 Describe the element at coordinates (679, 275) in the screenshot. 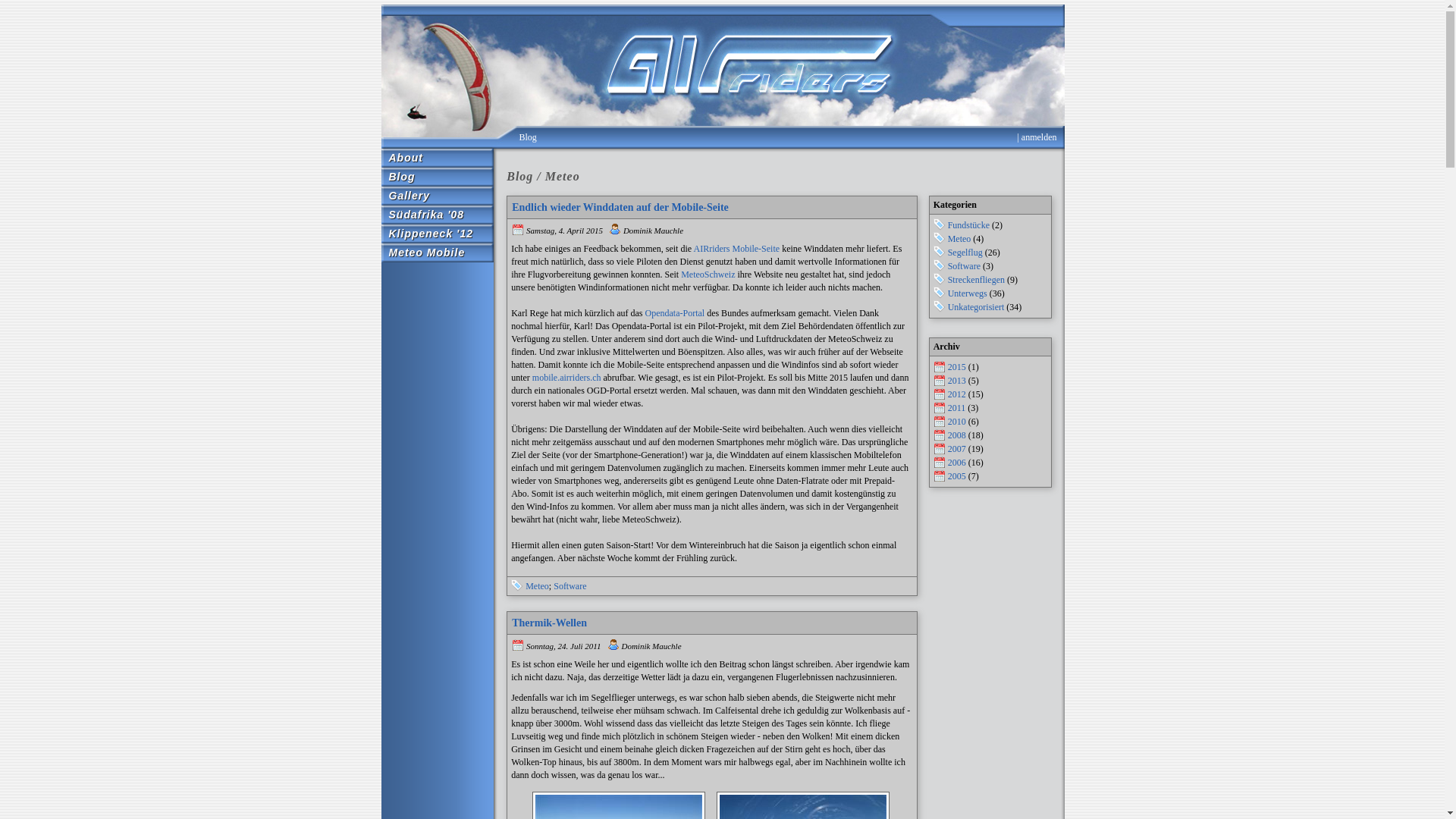

I see `'MeteoSchweiz'` at that location.